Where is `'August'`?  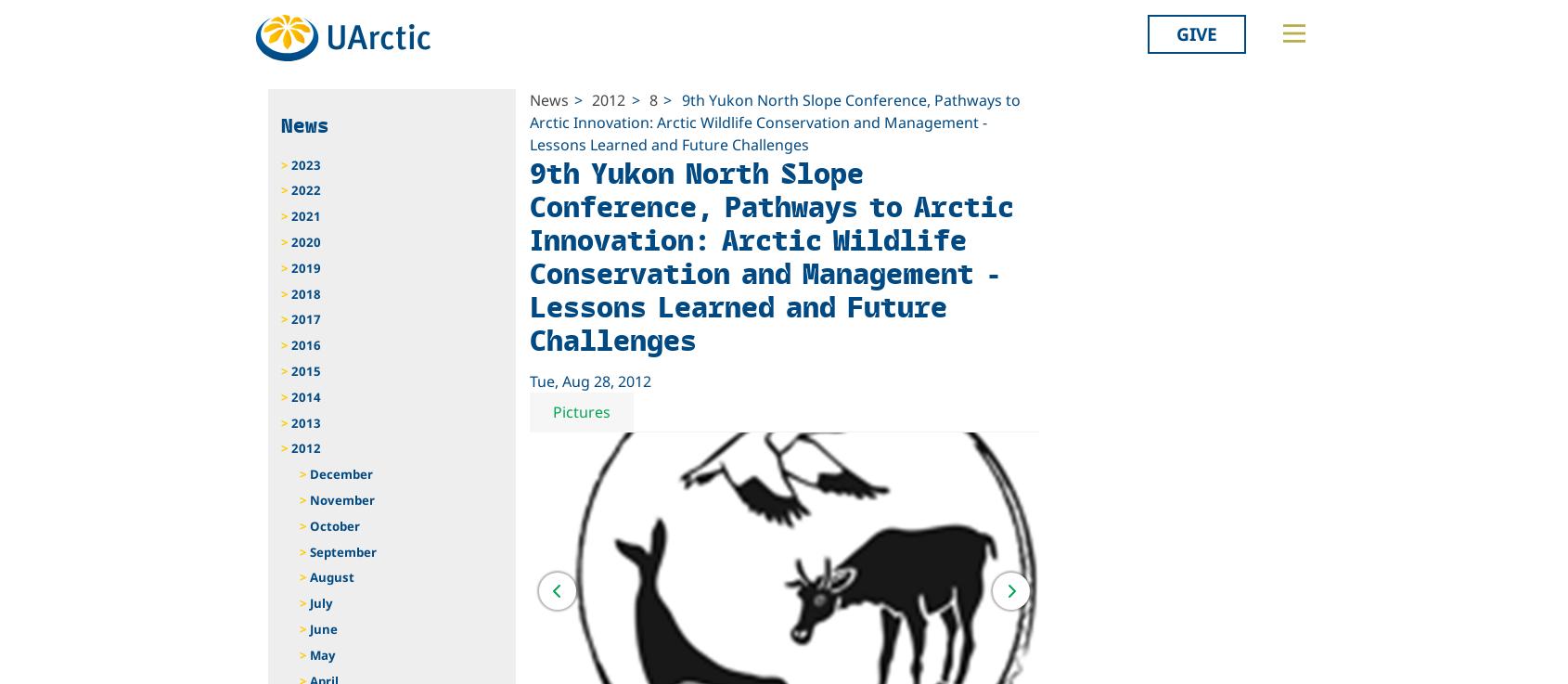
'August' is located at coordinates (330, 577).